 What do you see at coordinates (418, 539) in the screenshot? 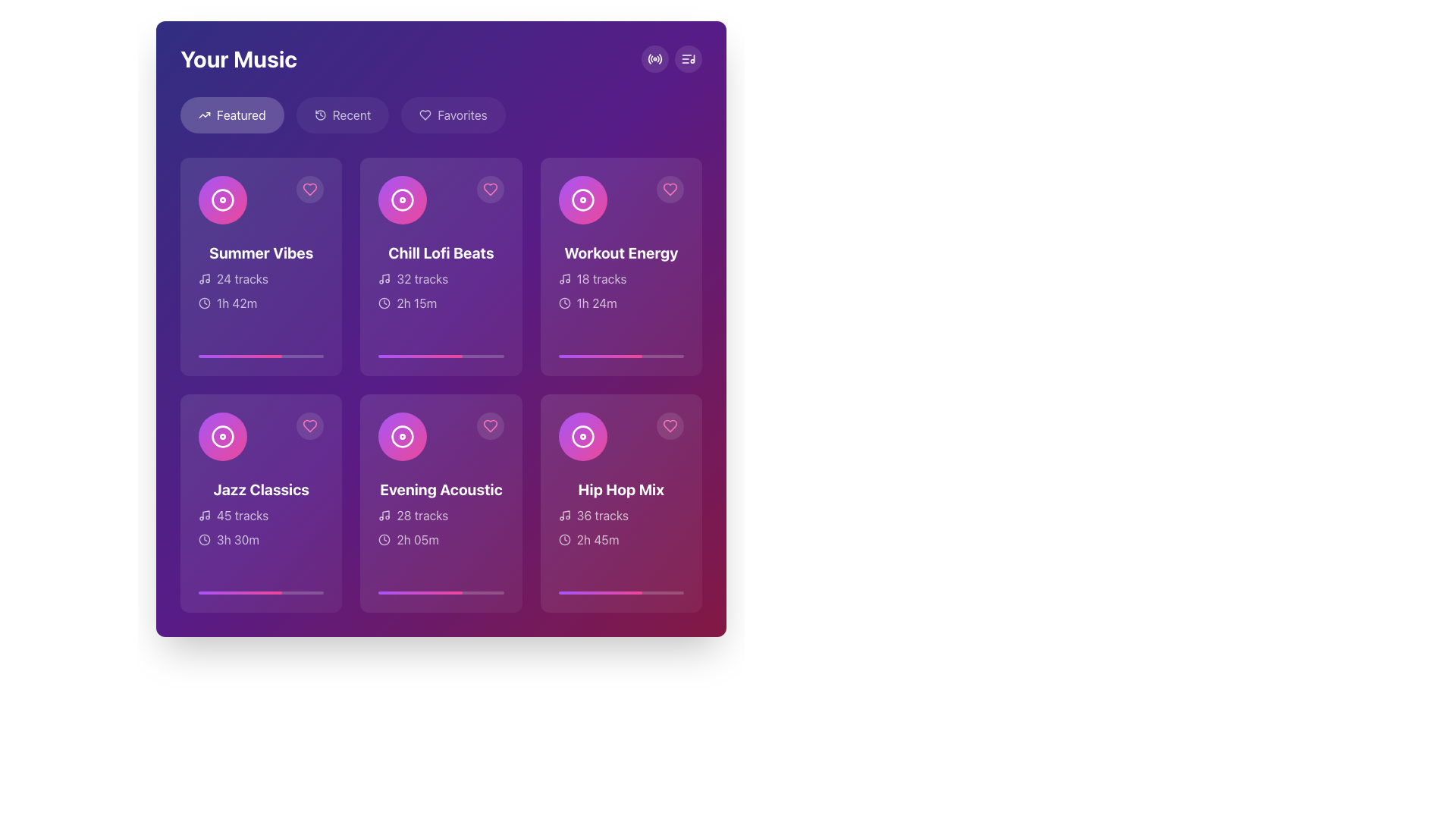
I see `displayed duration '2h 05m' from the Label or Text Display located at the bottom of the 'Evening Acoustic' music card, adjacent to the clock icon` at bounding box center [418, 539].